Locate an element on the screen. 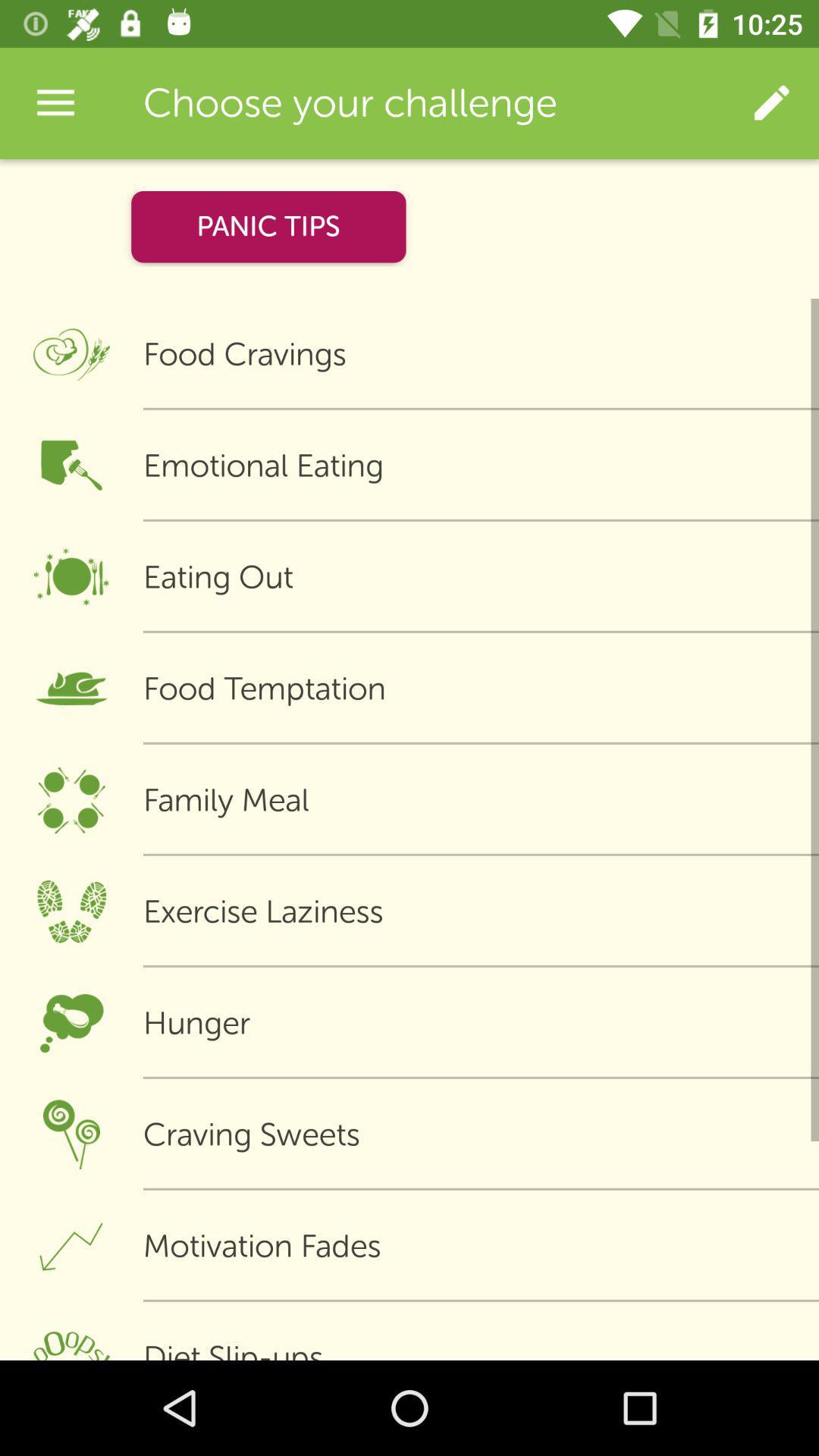  icon above the food cravings is located at coordinates (268, 226).